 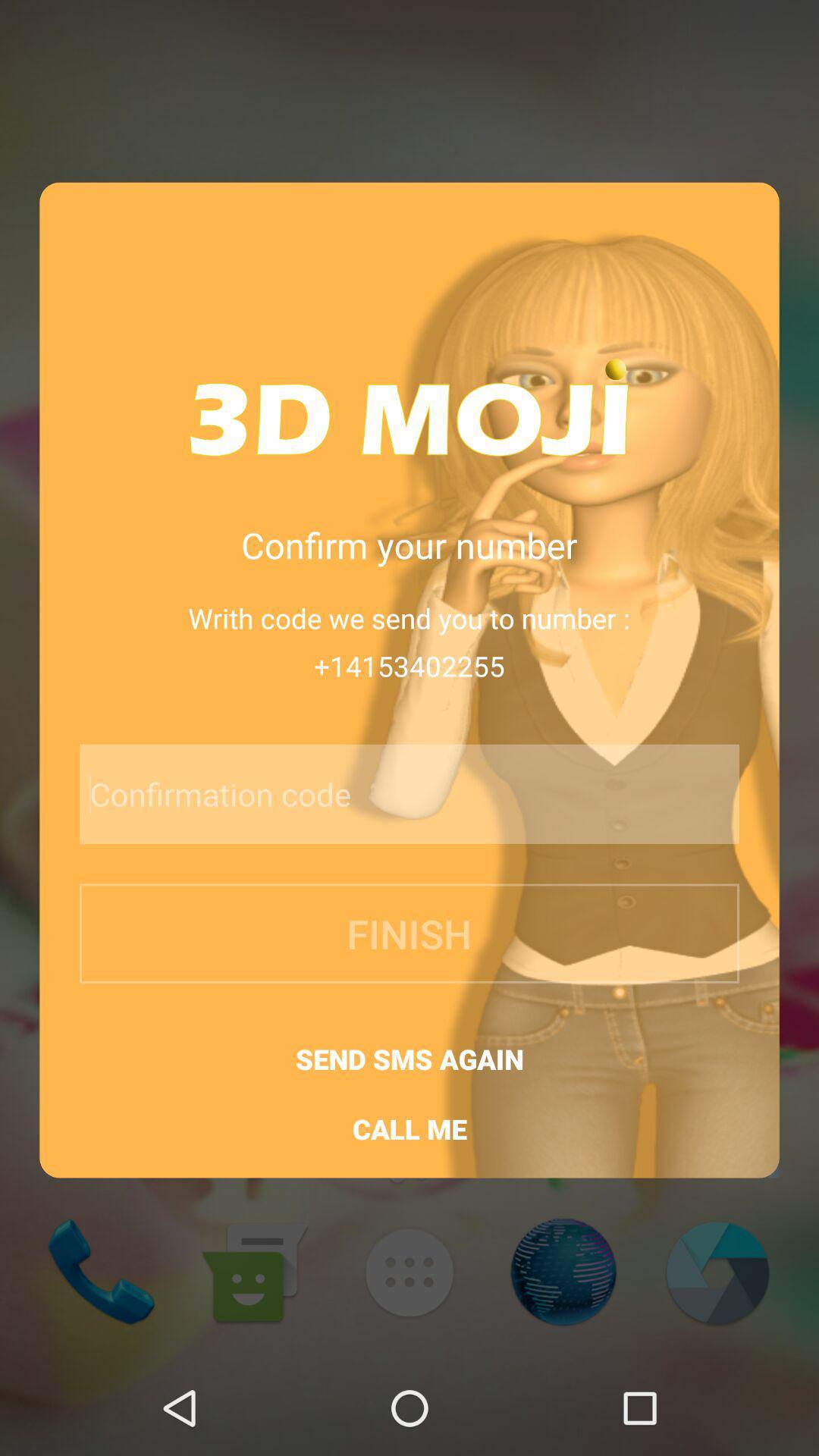 What do you see at coordinates (409, 1058) in the screenshot?
I see `send sms again icon` at bounding box center [409, 1058].